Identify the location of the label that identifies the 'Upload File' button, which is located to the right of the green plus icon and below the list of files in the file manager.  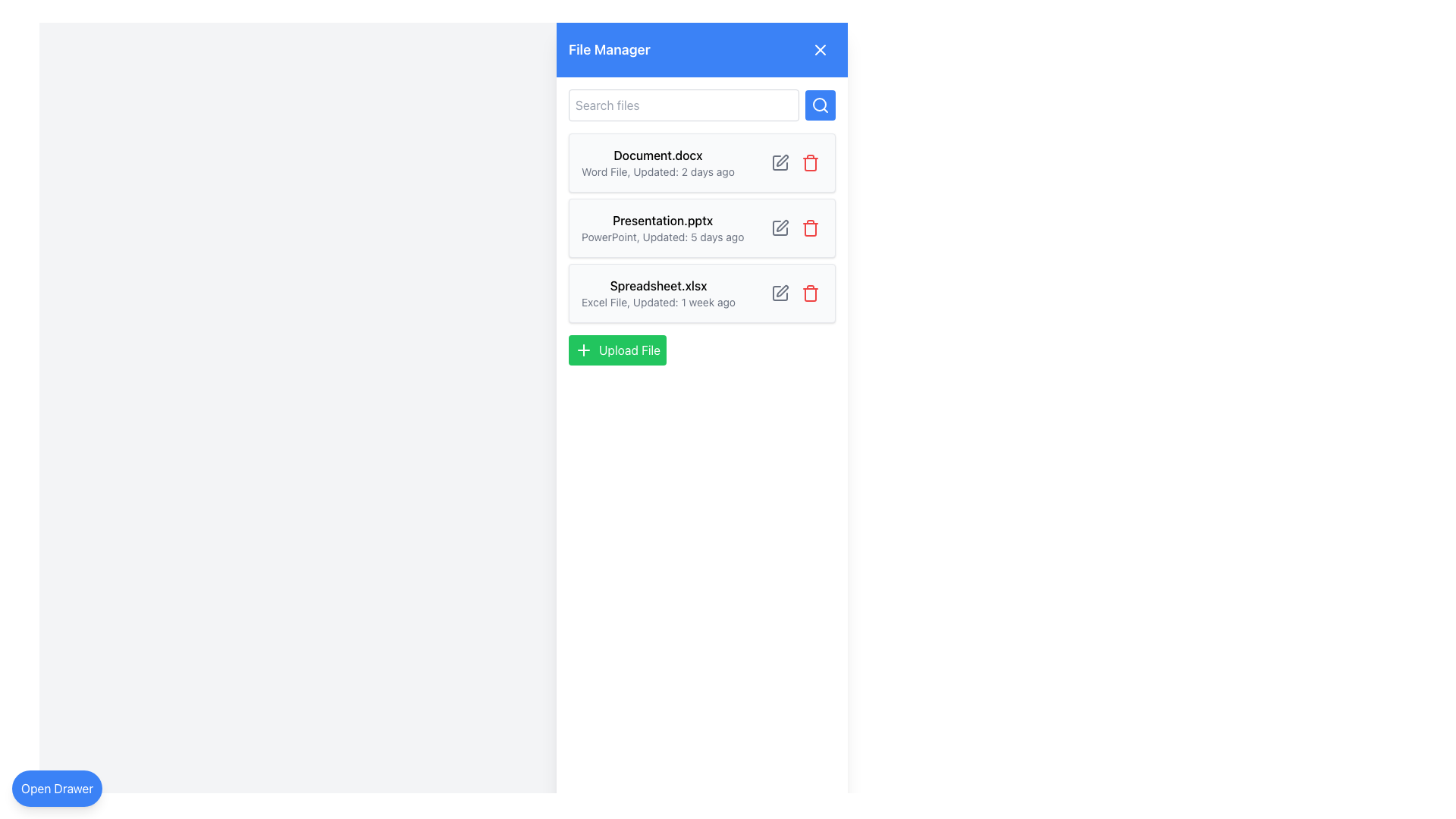
(629, 350).